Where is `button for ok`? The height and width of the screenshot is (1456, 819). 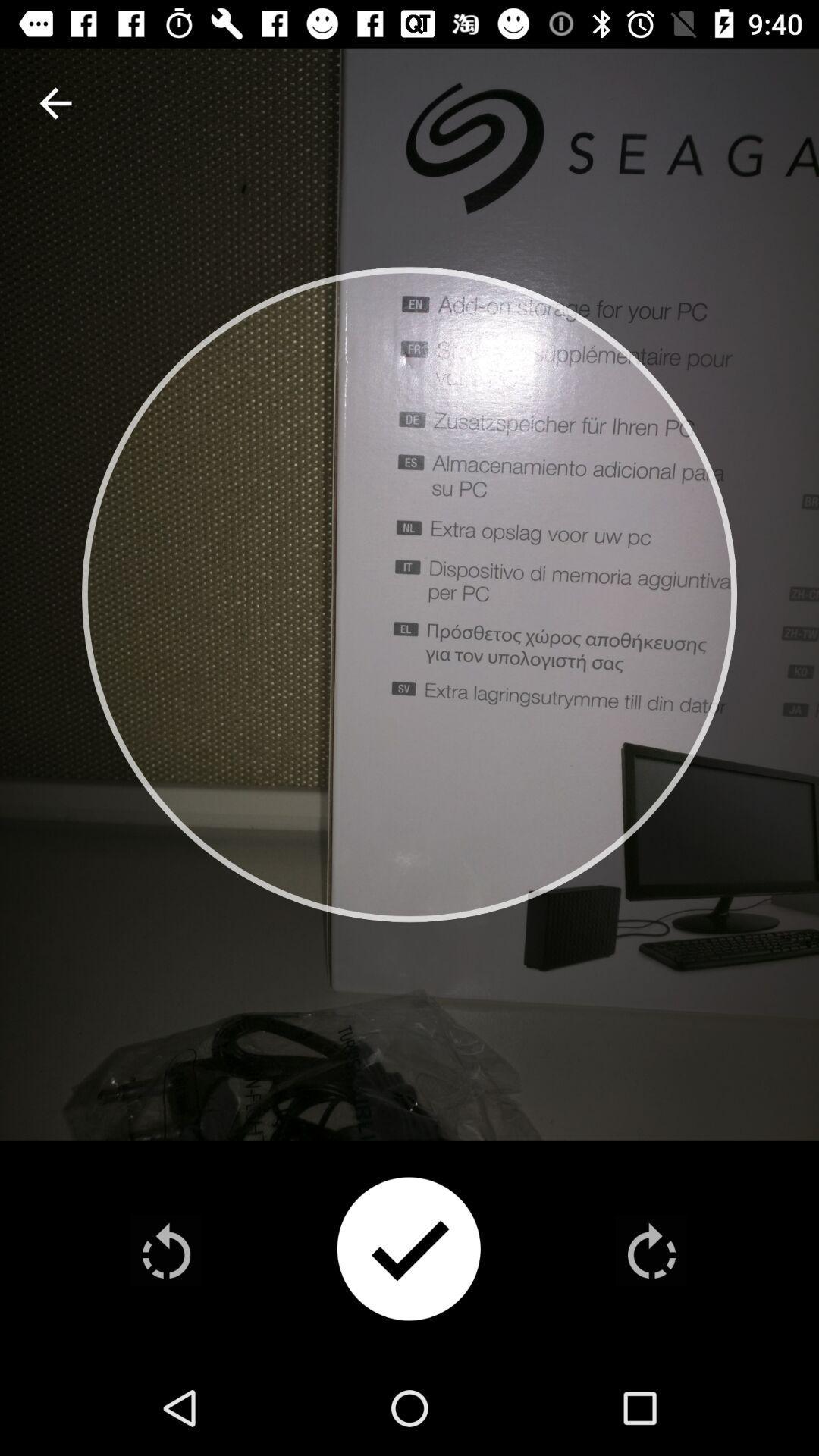 button for ok is located at coordinates (408, 1250).